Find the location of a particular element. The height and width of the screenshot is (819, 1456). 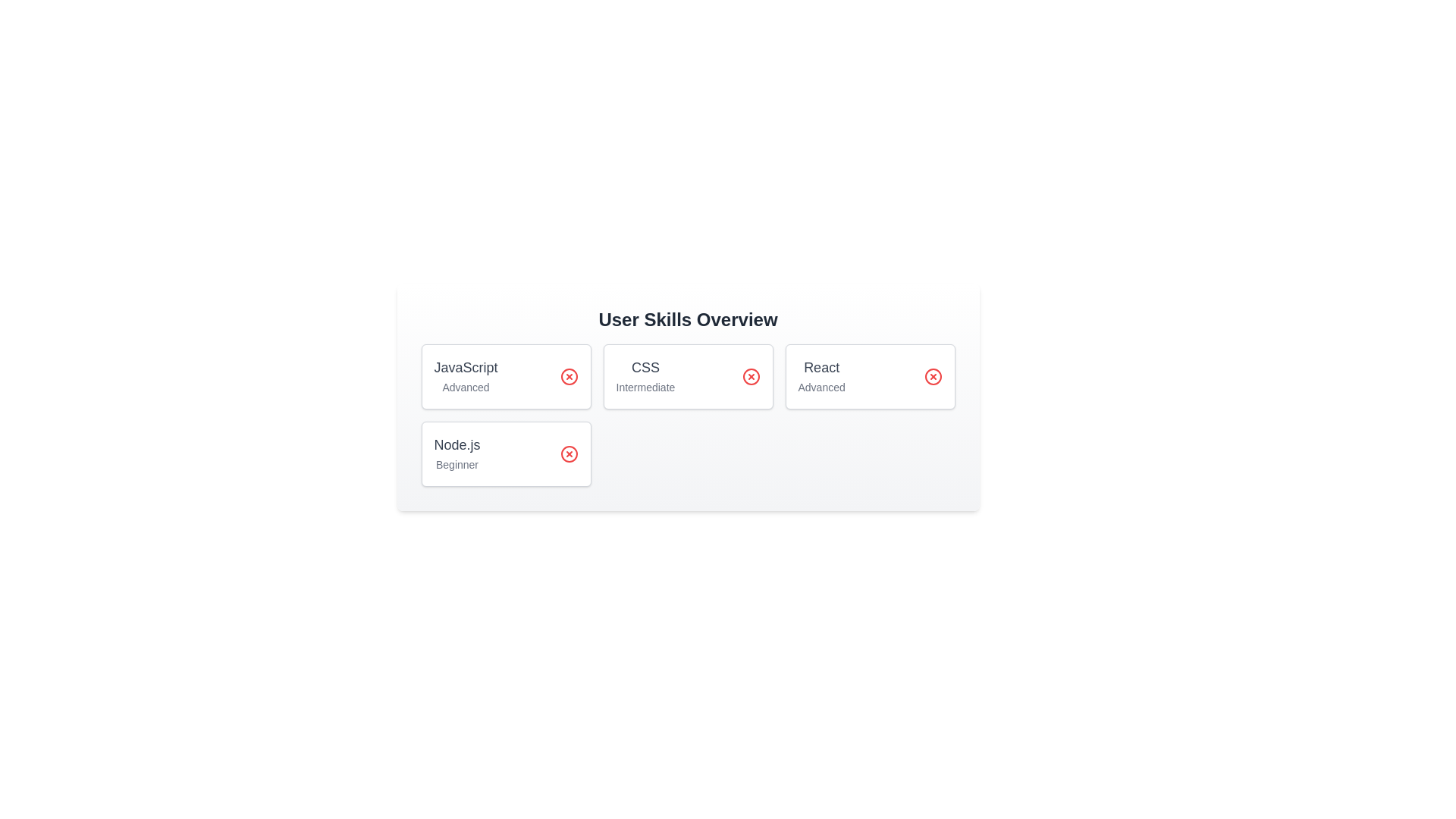

the delete button for the skill CSS is located at coordinates (751, 376).